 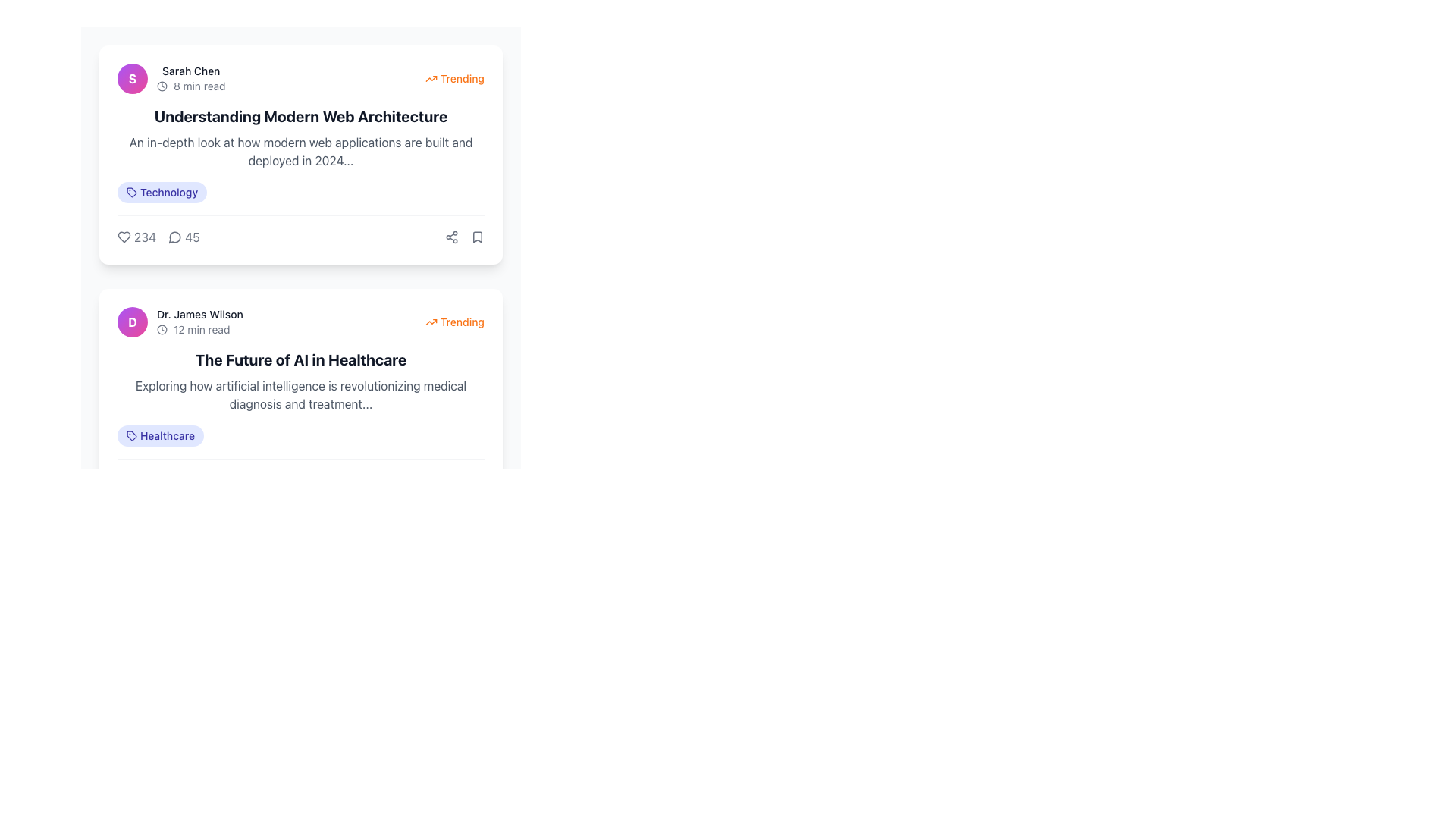 I want to click on the interactive text element displaying the number of comments associated with the post, so click(x=183, y=237).